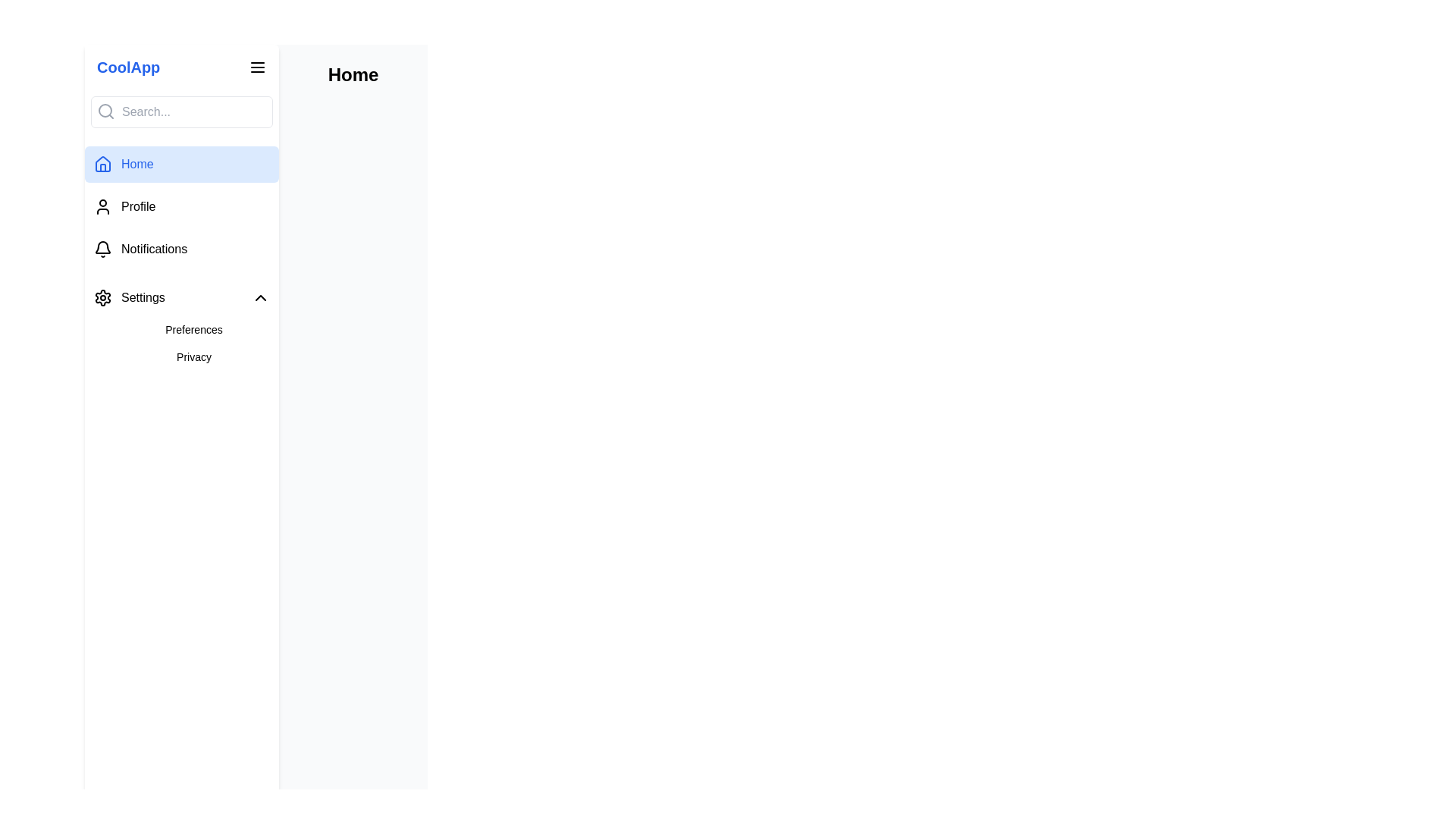 The width and height of the screenshot is (1456, 819). What do you see at coordinates (102, 248) in the screenshot?
I see `the bell icon located in the left navigation panel, positioned to the left of the text 'Notifications', below 'Profile', and above 'Settings'` at bounding box center [102, 248].